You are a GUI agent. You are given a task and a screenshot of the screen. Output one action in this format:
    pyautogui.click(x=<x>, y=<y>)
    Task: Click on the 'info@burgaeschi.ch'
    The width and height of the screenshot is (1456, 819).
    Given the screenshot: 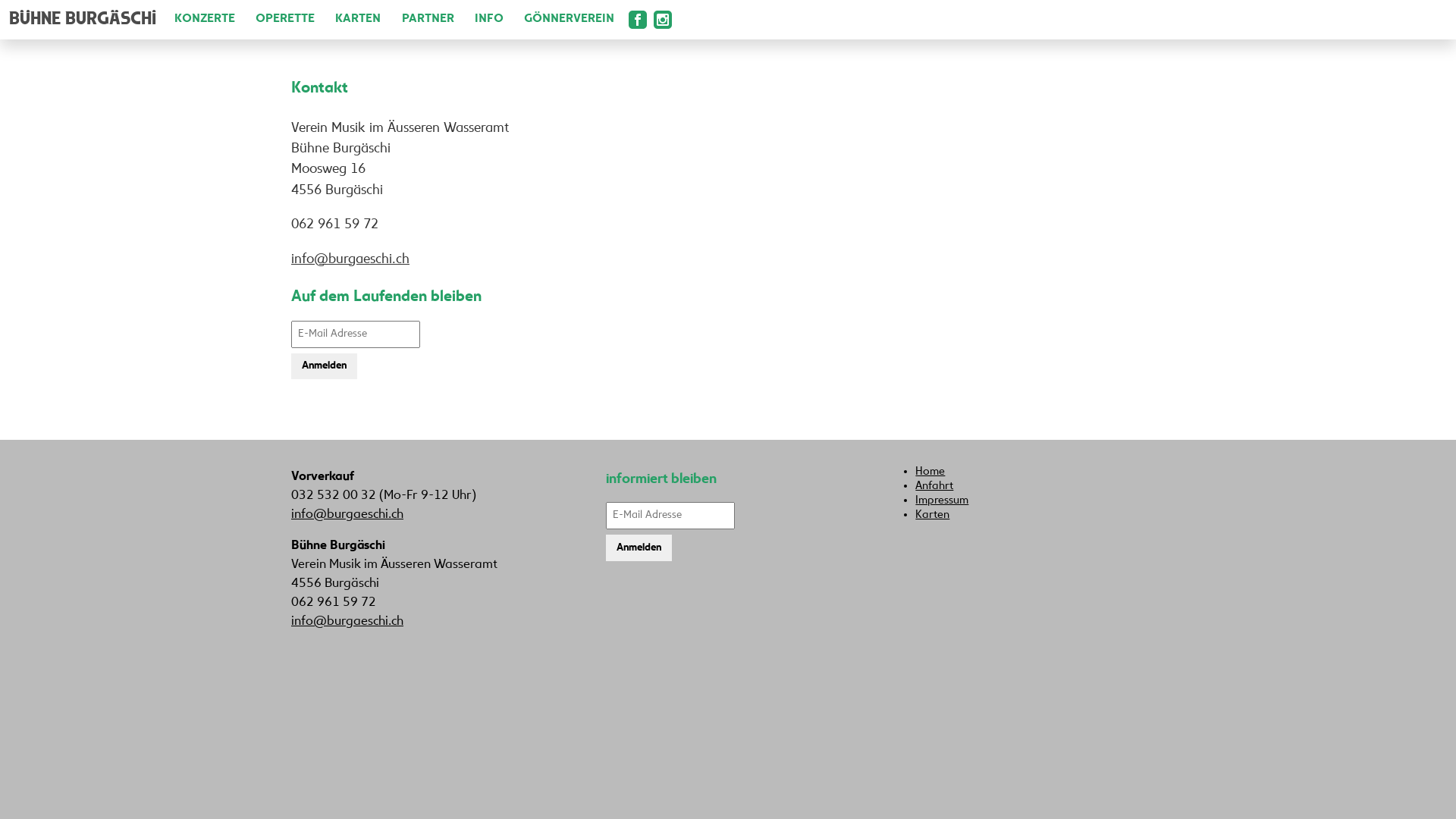 What is the action you would take?
    pyautogui.click(x=346, y=622)
    